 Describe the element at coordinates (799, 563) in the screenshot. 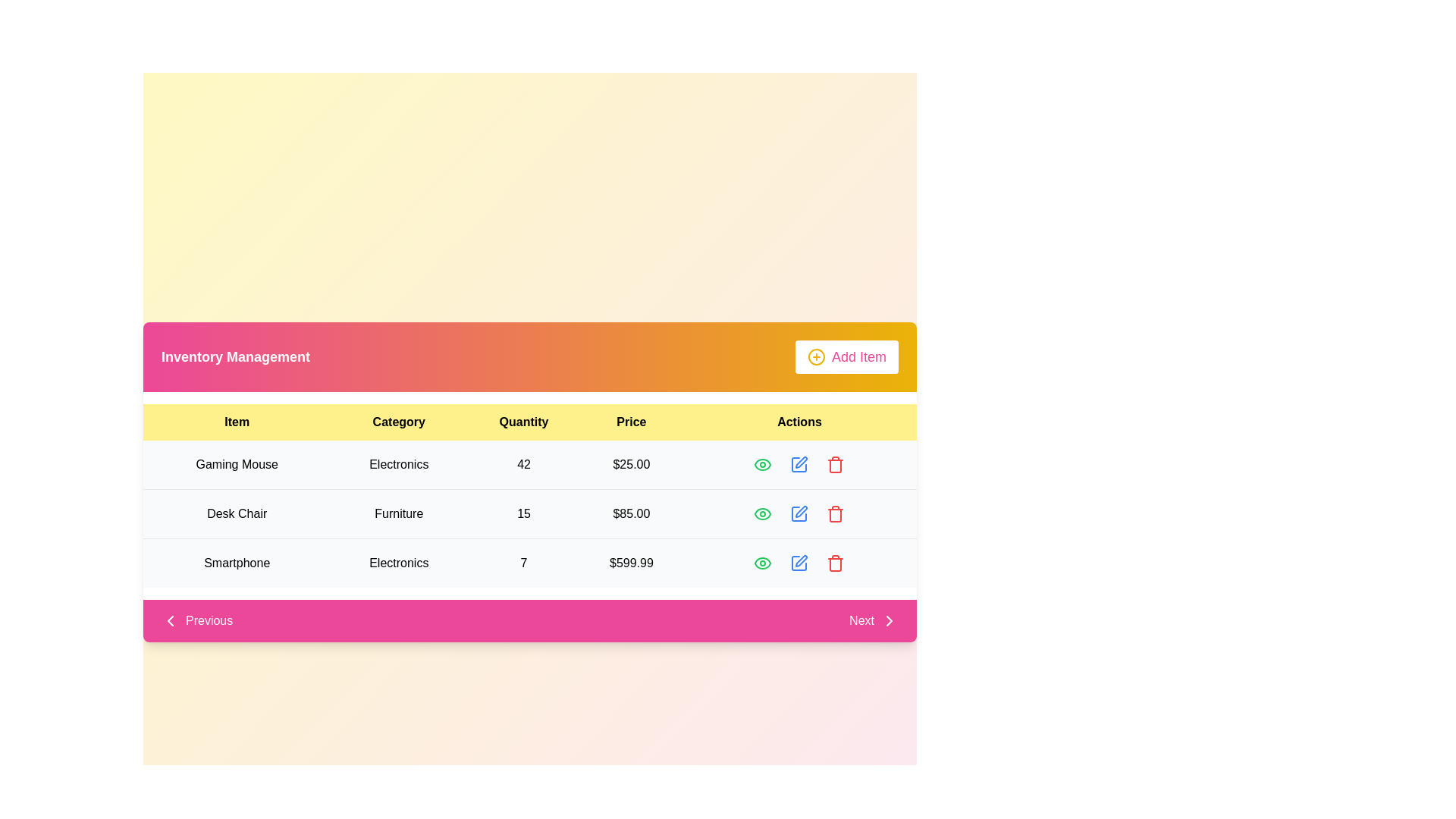

I see `the 'Edit' icon, which is a blue stroked square with a modified top edge located in the 'Actions' column of the third row in the table` at that location.